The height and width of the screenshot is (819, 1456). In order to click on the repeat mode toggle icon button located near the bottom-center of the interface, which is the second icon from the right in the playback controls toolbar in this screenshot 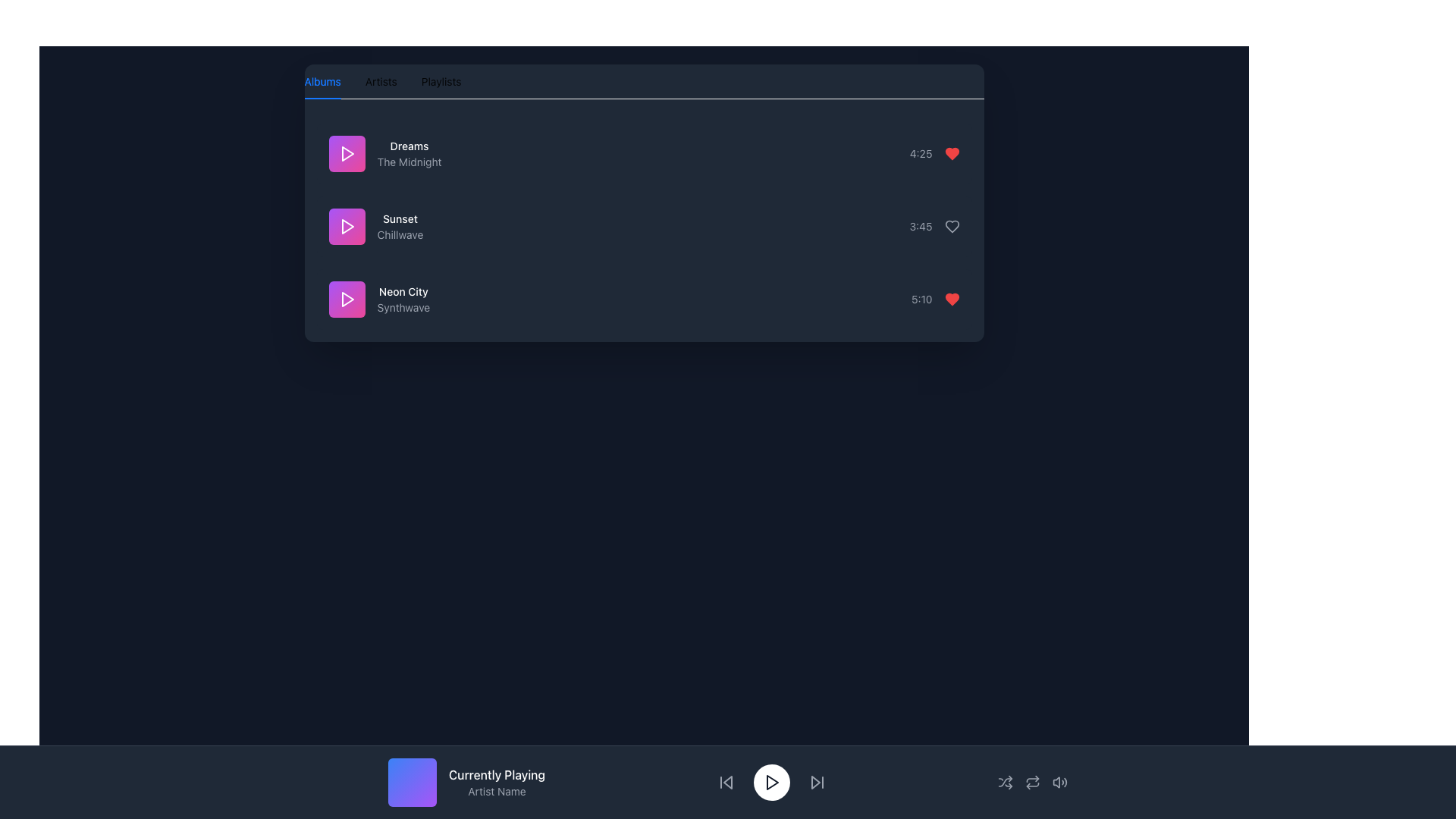, I will do `click(1032, 783)`.